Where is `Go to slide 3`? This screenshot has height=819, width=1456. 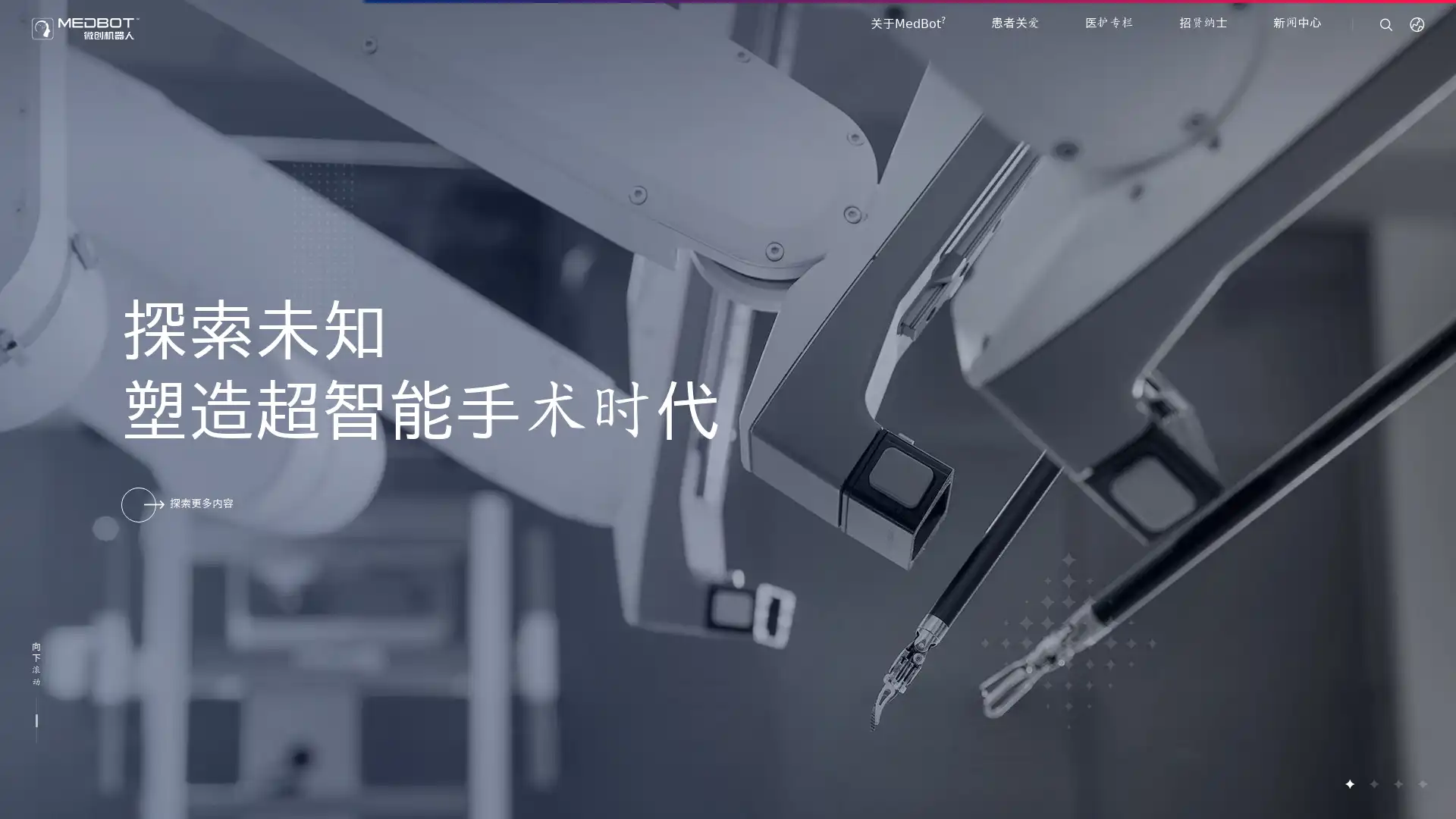
Go to slide 3 is located at coordinates (1397, 783).